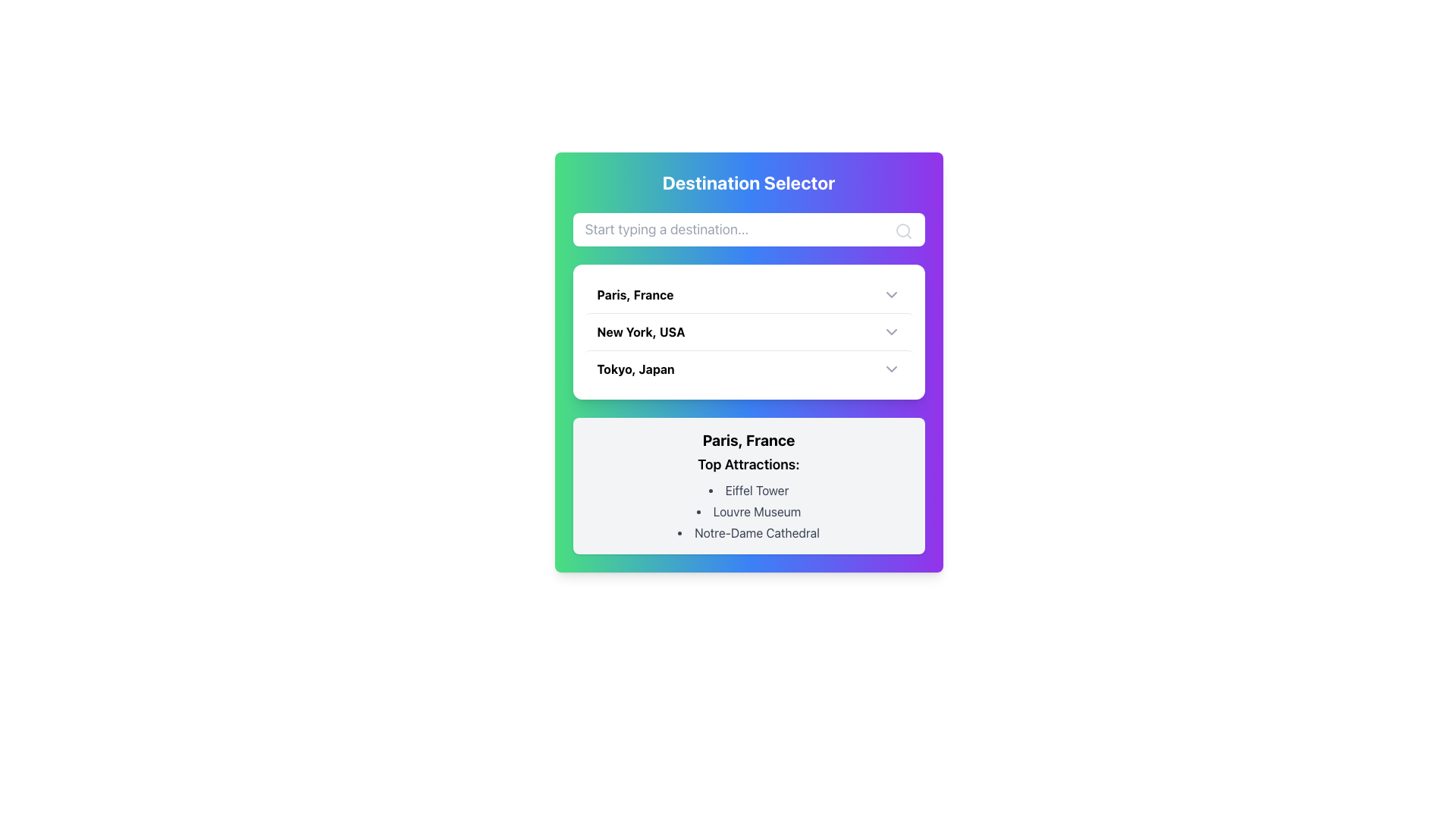 This screenshot has height=819, width=1456. I want to click on the bold text label reading 'Paris, France' to trigger a tooltip or highlight effect, so click(635, 295).